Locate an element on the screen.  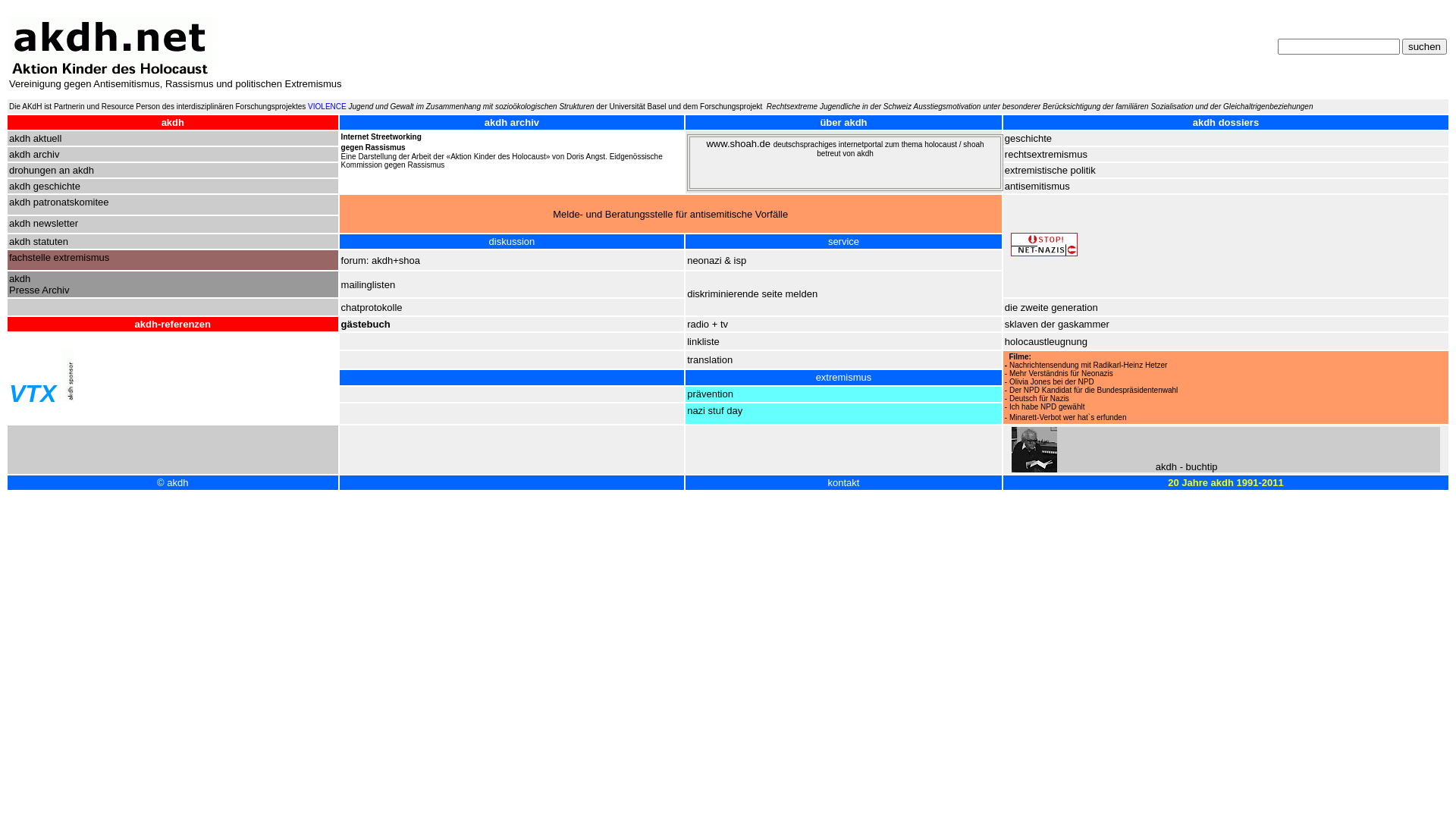
'rechtsextremismus' is located at coordinates (1045, 154).